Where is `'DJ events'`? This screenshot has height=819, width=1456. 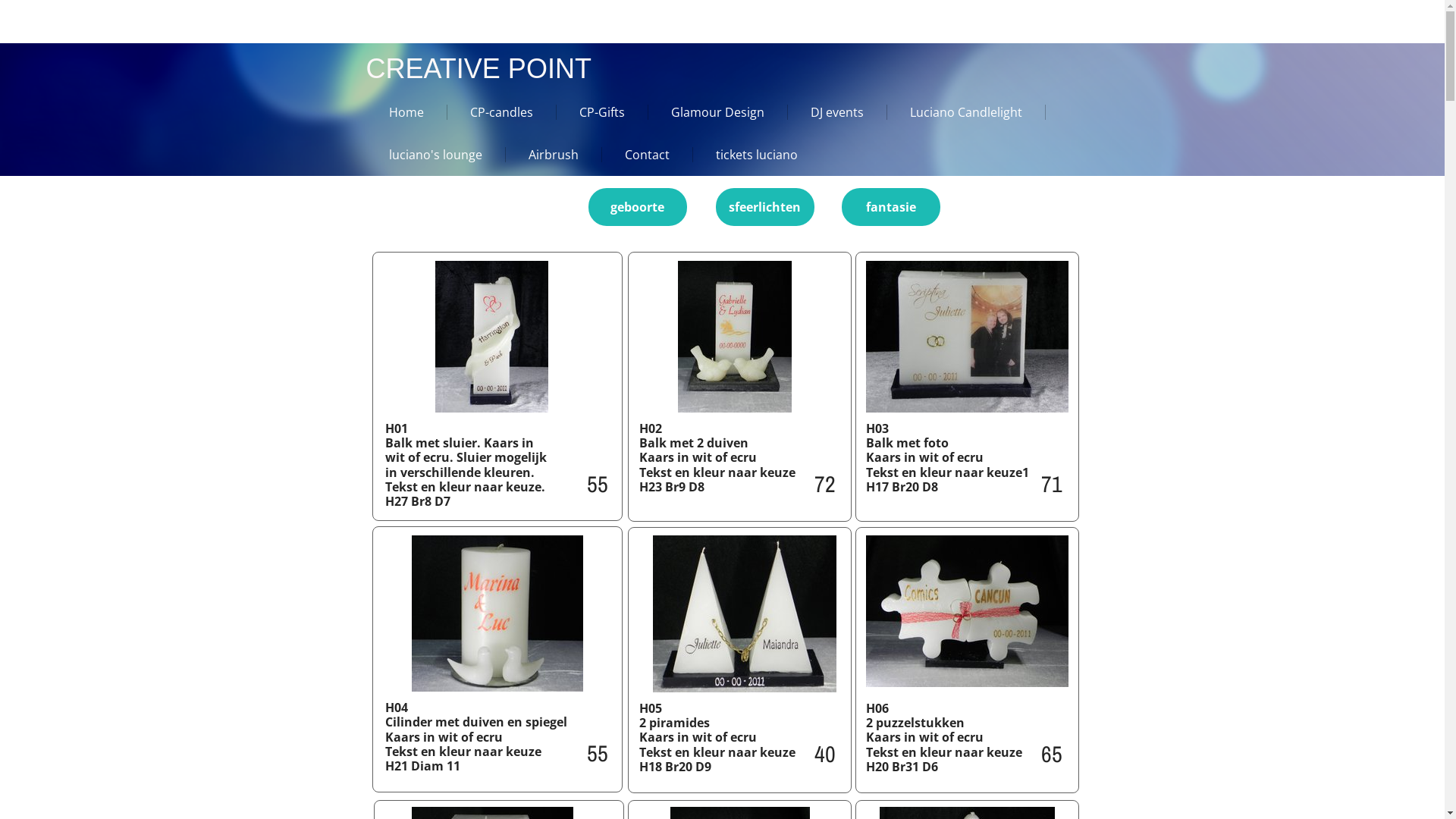
'DJ events' is located at coordinates (825, 111).